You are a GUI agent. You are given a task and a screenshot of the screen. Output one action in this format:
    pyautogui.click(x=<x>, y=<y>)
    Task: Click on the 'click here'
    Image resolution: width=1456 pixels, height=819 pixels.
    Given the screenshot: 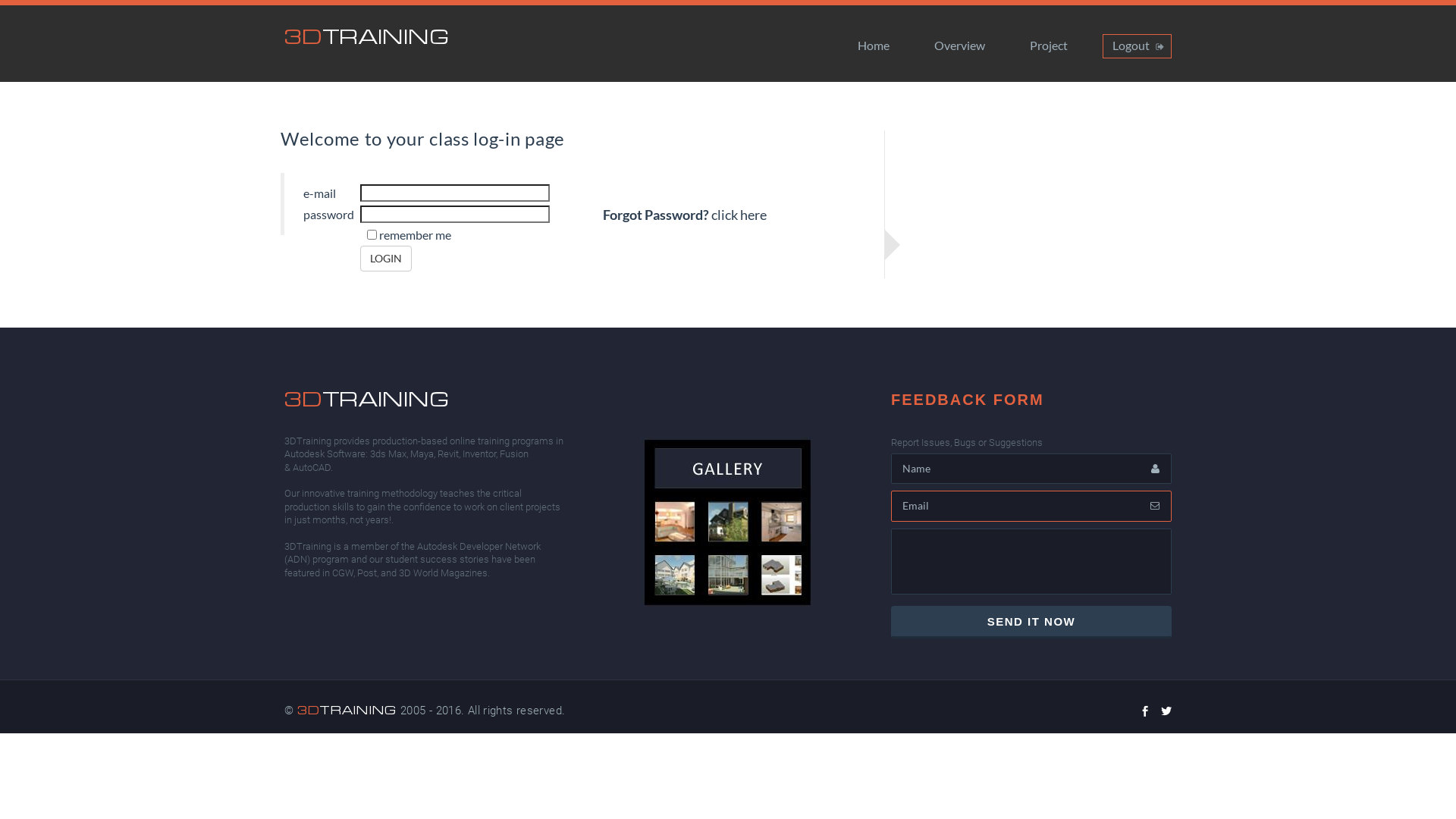 What is the action you would take?
    pyautogui.click(x=739, y=215)
    